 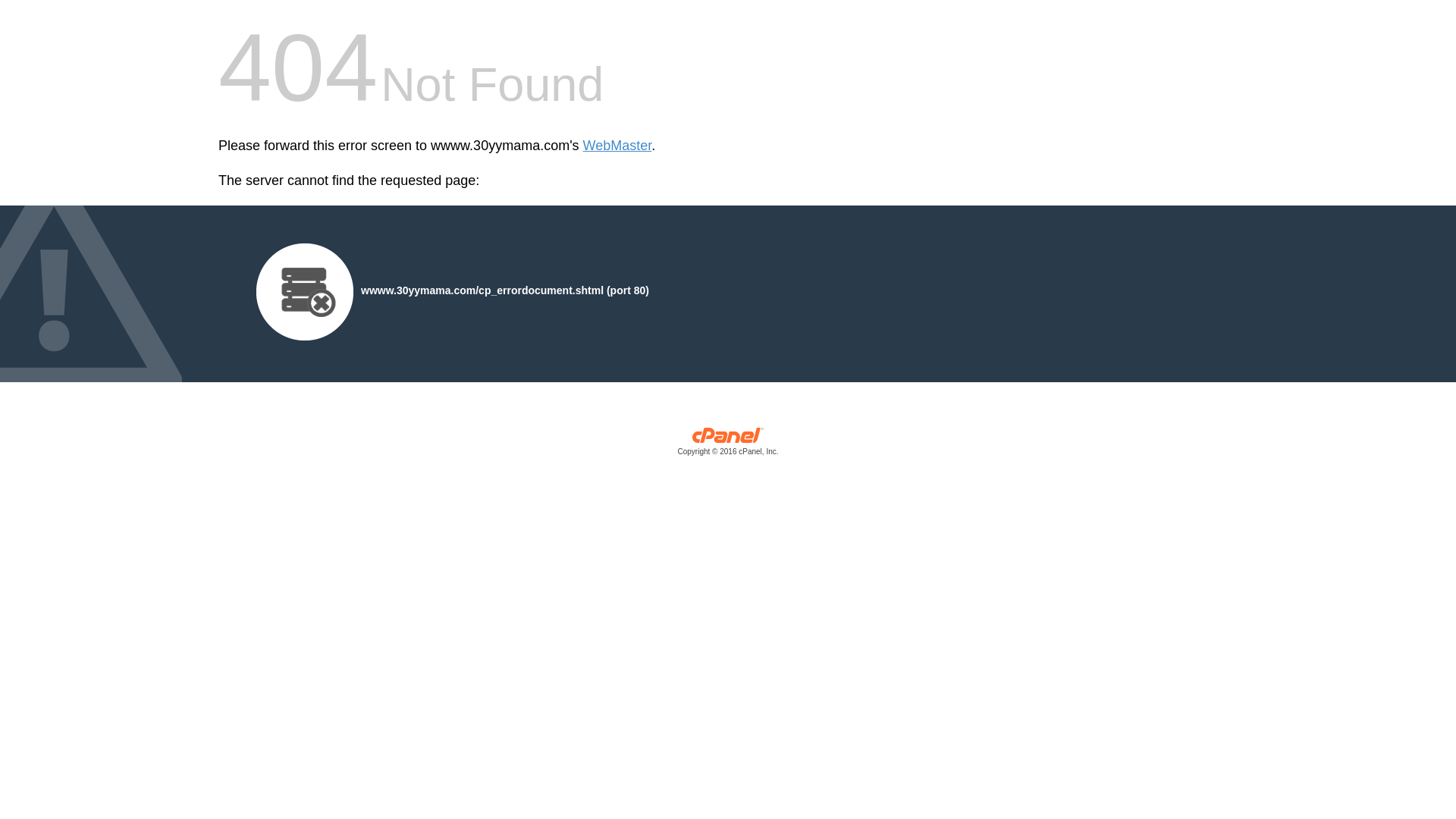 What do you see at coordinates (617, 146) in the screenshot?
I see `'WebMaster'` at bounding box center [617, 146].